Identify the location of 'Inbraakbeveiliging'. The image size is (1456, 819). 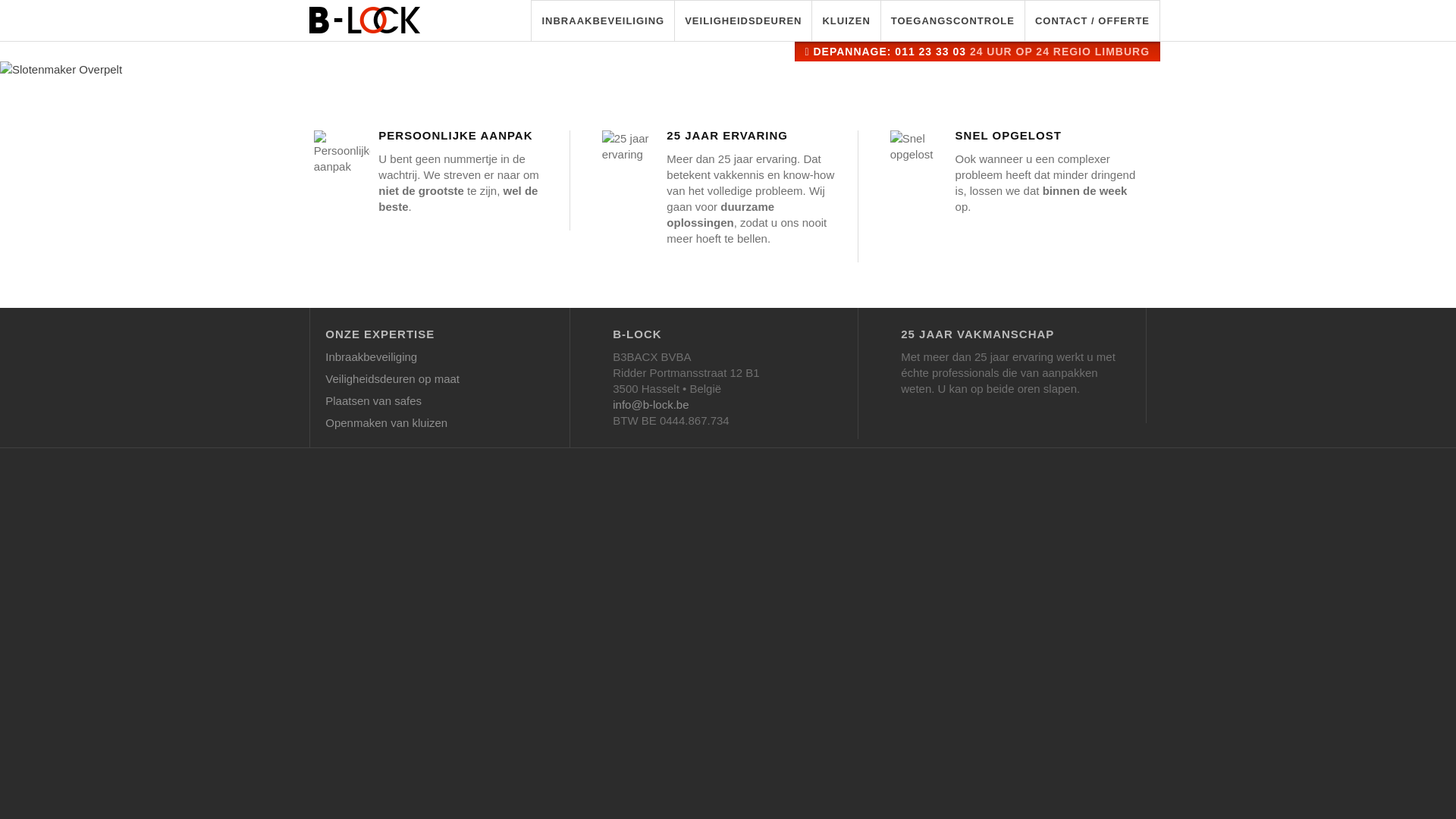
(324, 359).